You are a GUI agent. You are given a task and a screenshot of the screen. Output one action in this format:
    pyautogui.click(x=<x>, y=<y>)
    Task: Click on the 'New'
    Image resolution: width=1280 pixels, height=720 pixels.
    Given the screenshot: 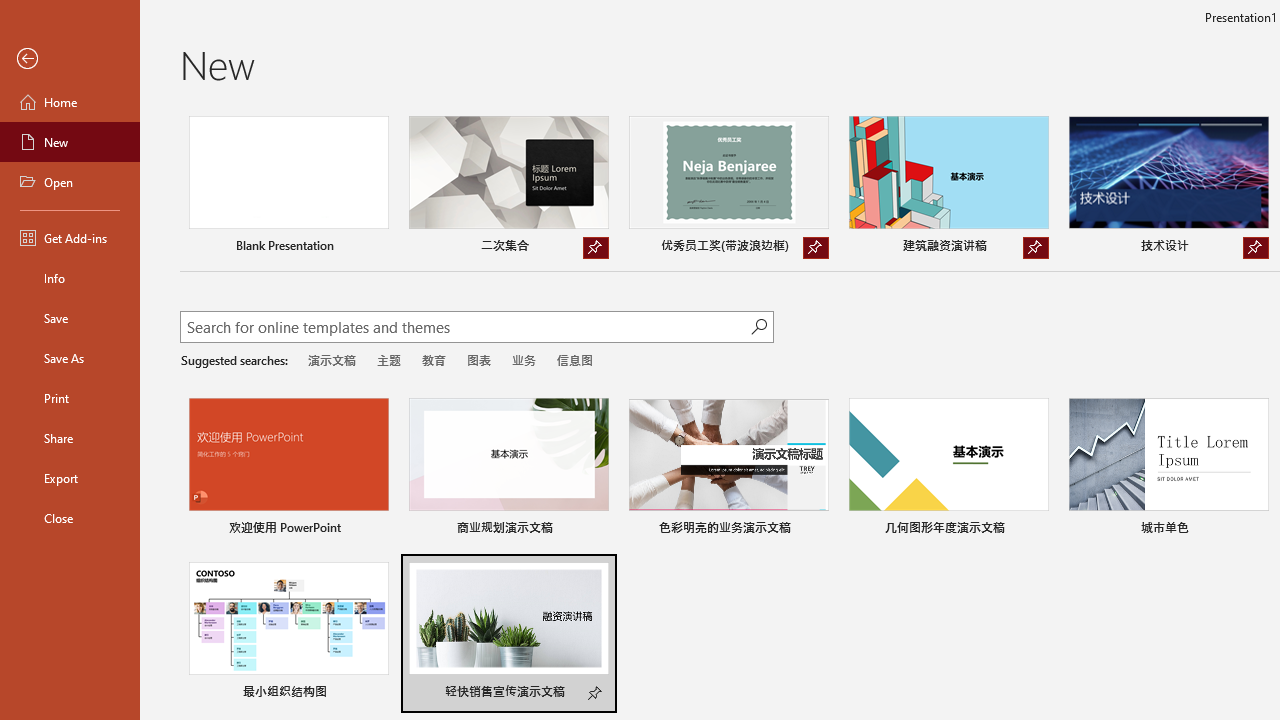 What is the action you would take?
    pyautogui.click(x=69, y=140)
    